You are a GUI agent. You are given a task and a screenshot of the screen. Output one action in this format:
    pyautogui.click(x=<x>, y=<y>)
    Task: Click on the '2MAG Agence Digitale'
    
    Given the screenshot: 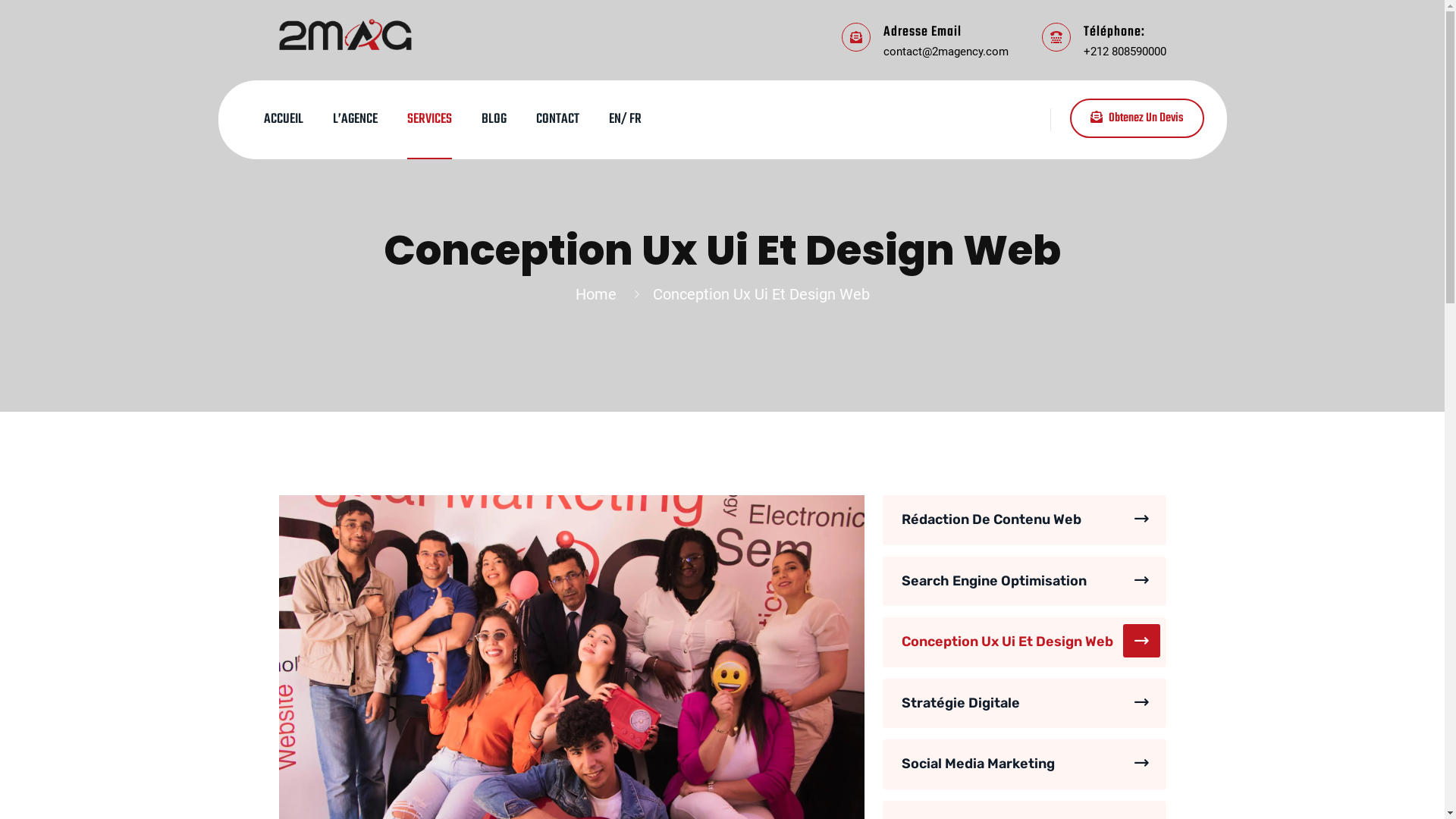 What is the action you would take?
    pyautogui.click(x=344, y=33)
    